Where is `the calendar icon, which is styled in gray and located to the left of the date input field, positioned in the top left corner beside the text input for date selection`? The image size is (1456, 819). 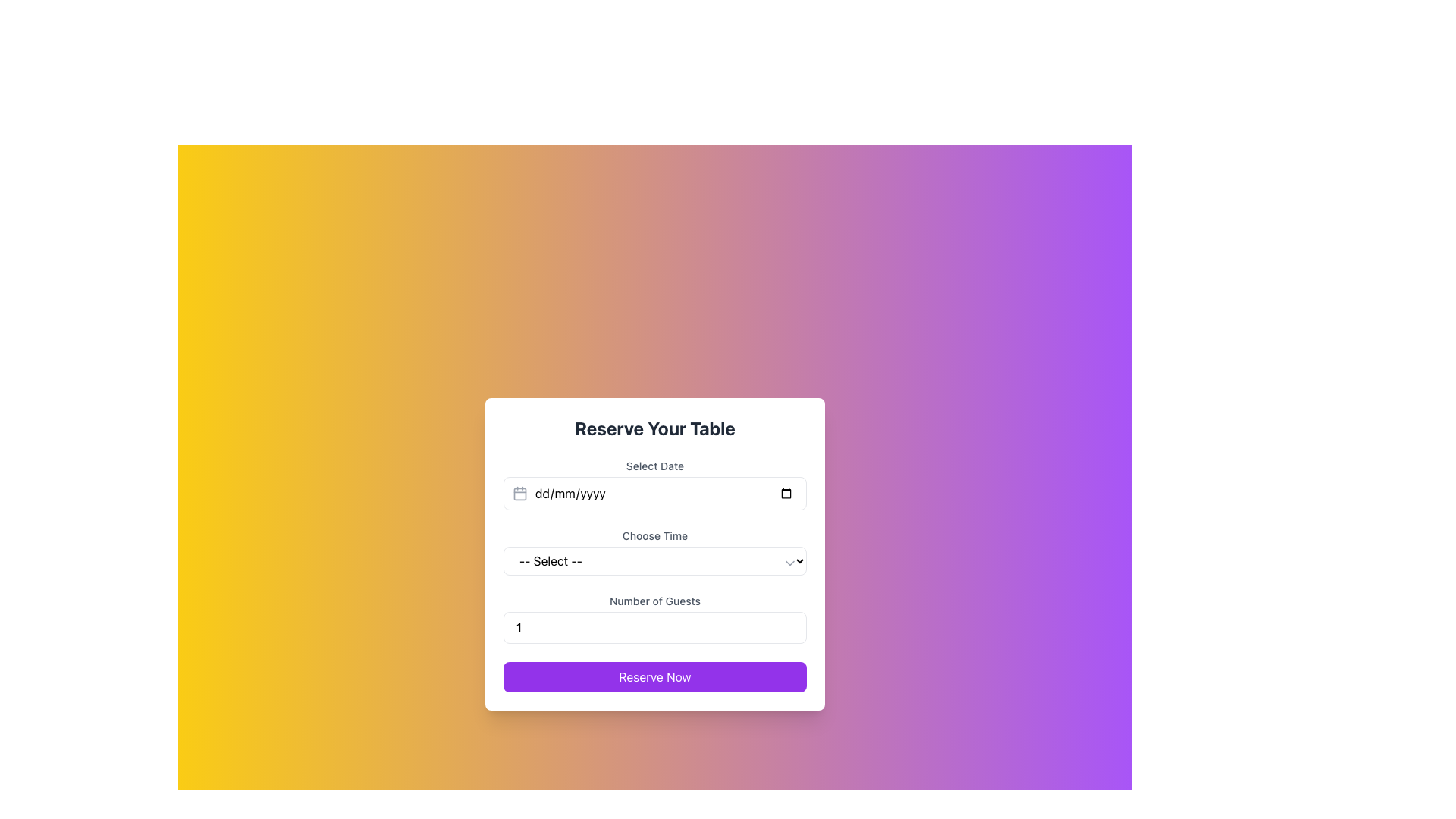
the calendar icon, which is styled in gray and located to the left of the date input field, positioned in the top left corner beside the text input for date selection is located at coordinates (520, 494).